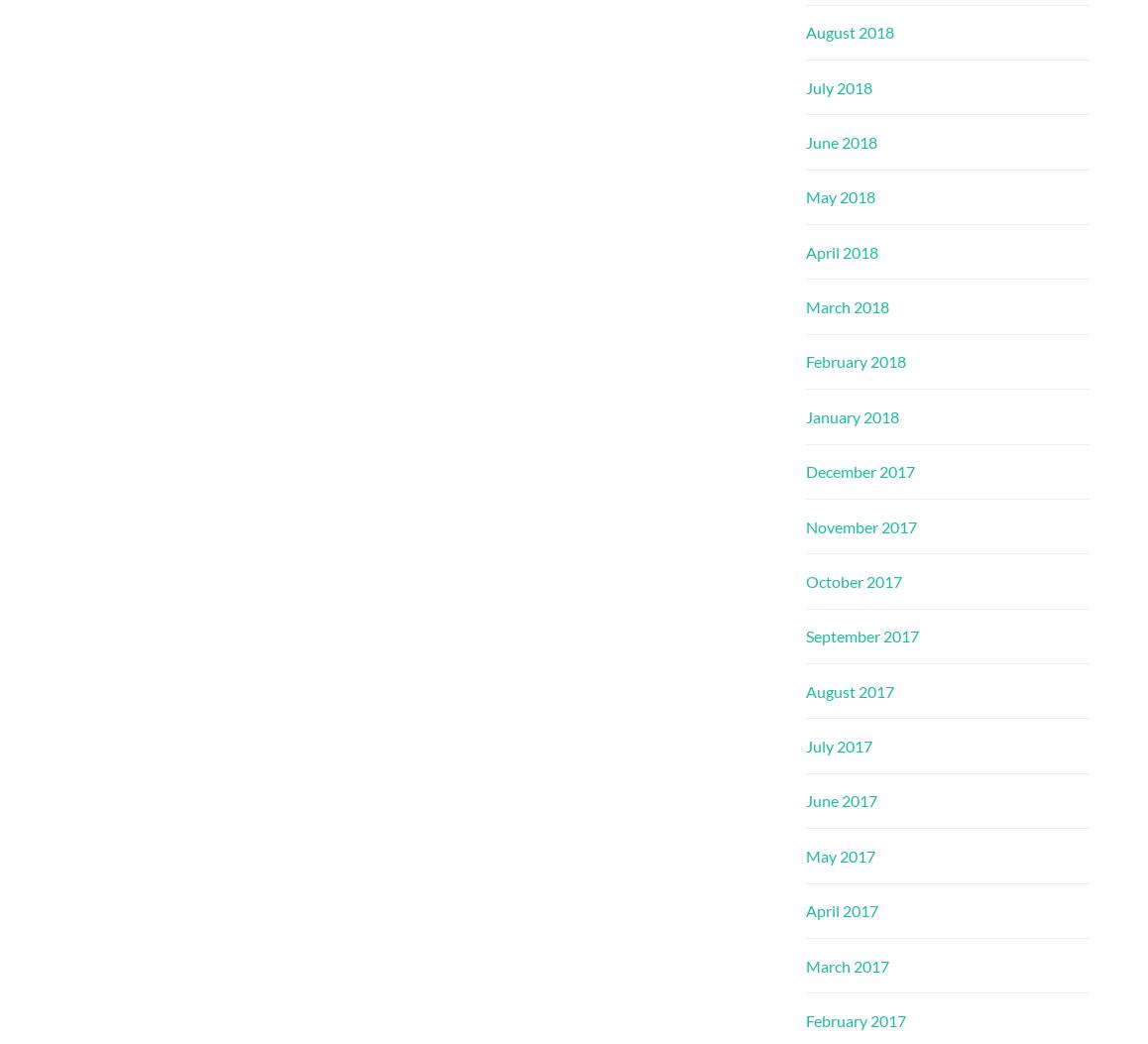 This screenshot has height=1044, width=1148. What do you see at coordinates (838, 745) in the screenshot?
I see `'July 2017'` at bounding box center [838, 745].